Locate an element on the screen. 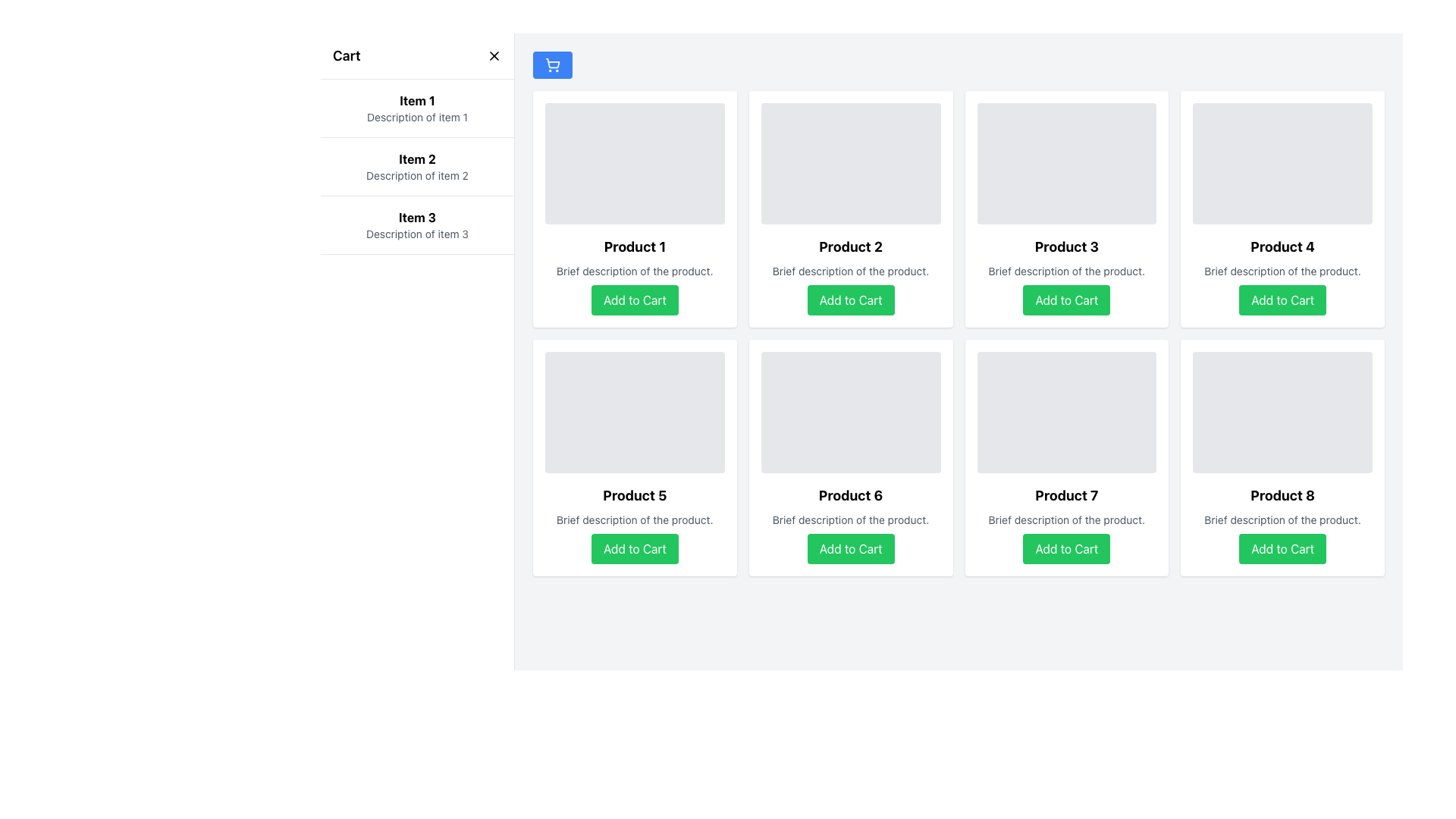 This screenshot has height=819, width=1456. the close icon located at the top-right corner of the 'Cart' section is located at coordinates (494, 55).